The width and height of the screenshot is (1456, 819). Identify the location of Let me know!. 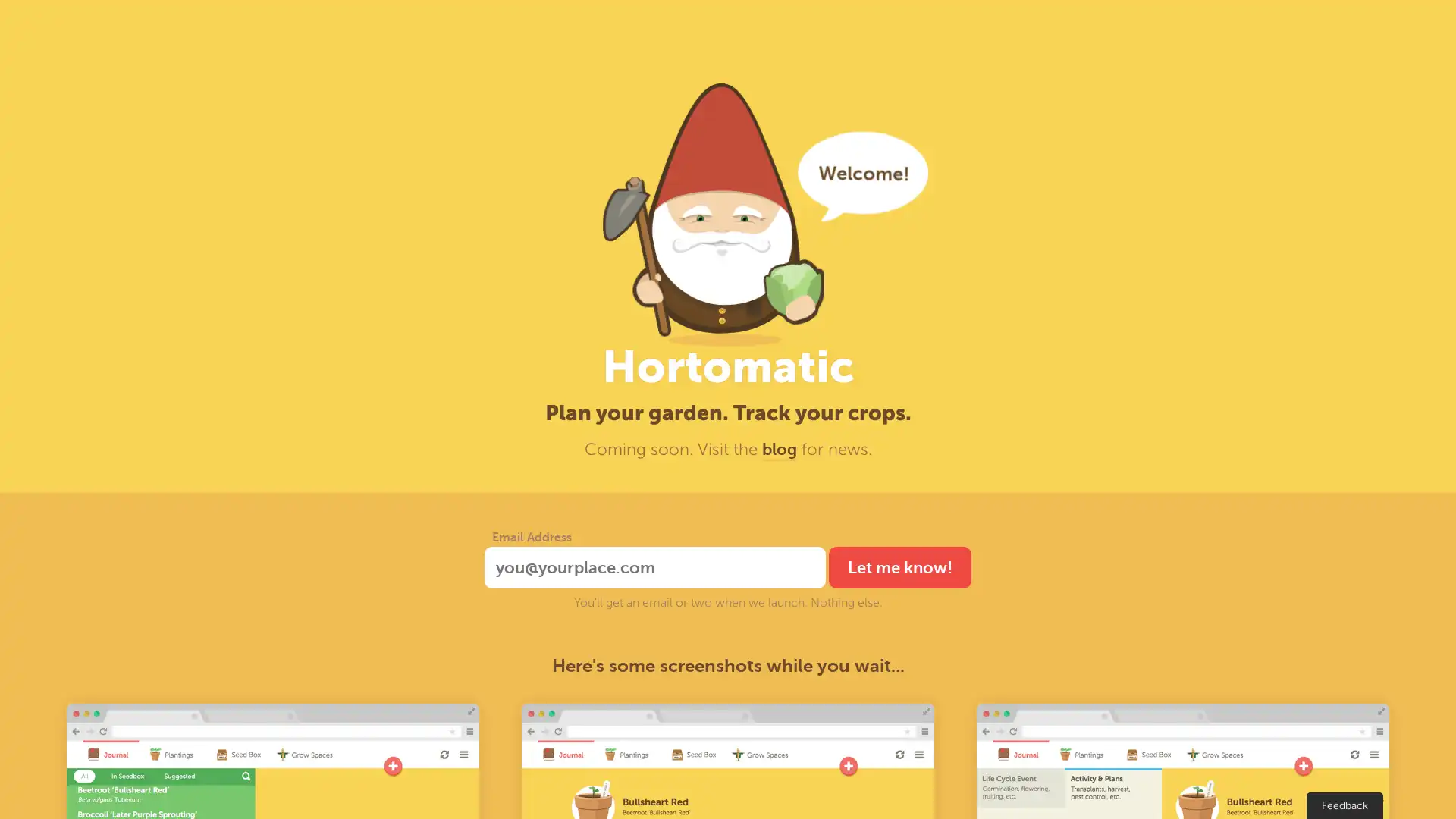
(899, 567).